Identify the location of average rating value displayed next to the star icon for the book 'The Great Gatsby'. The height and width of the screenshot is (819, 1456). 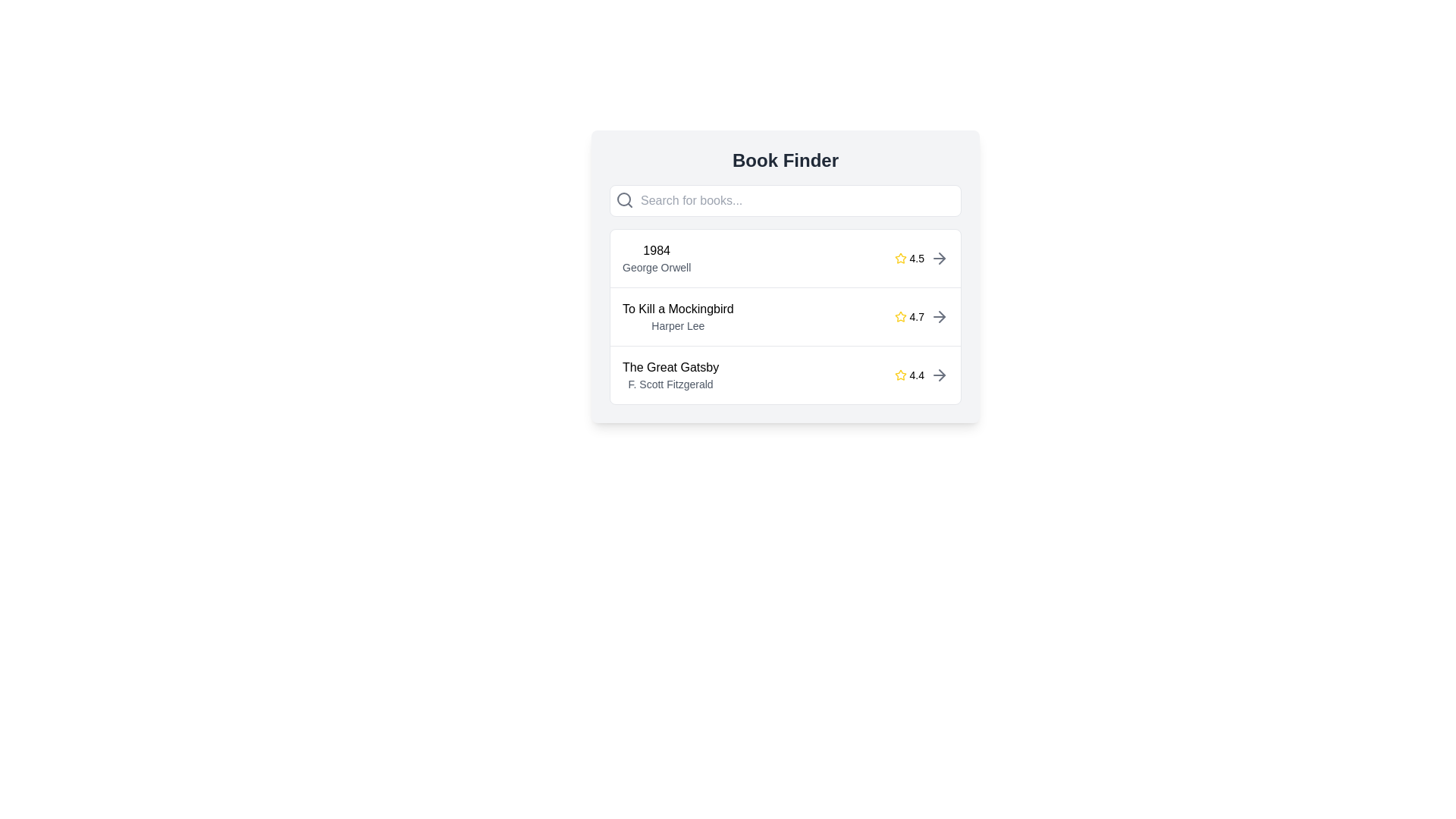
(909, 375).